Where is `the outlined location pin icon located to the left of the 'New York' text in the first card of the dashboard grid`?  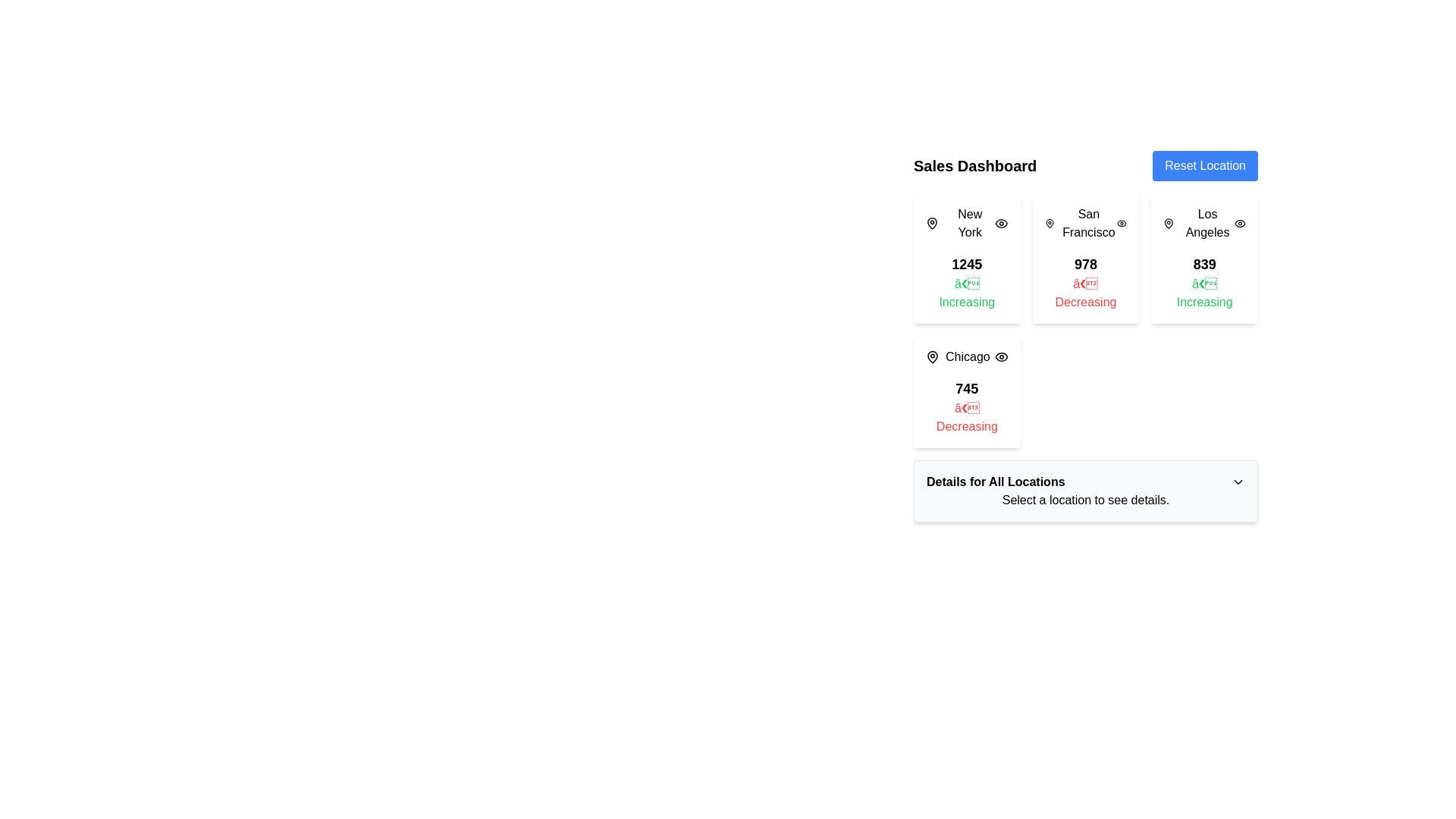
the outlined location pin icon located to the left of the 'New York' text in the first card of the dashboard grid is located at coordinates (931, 223).